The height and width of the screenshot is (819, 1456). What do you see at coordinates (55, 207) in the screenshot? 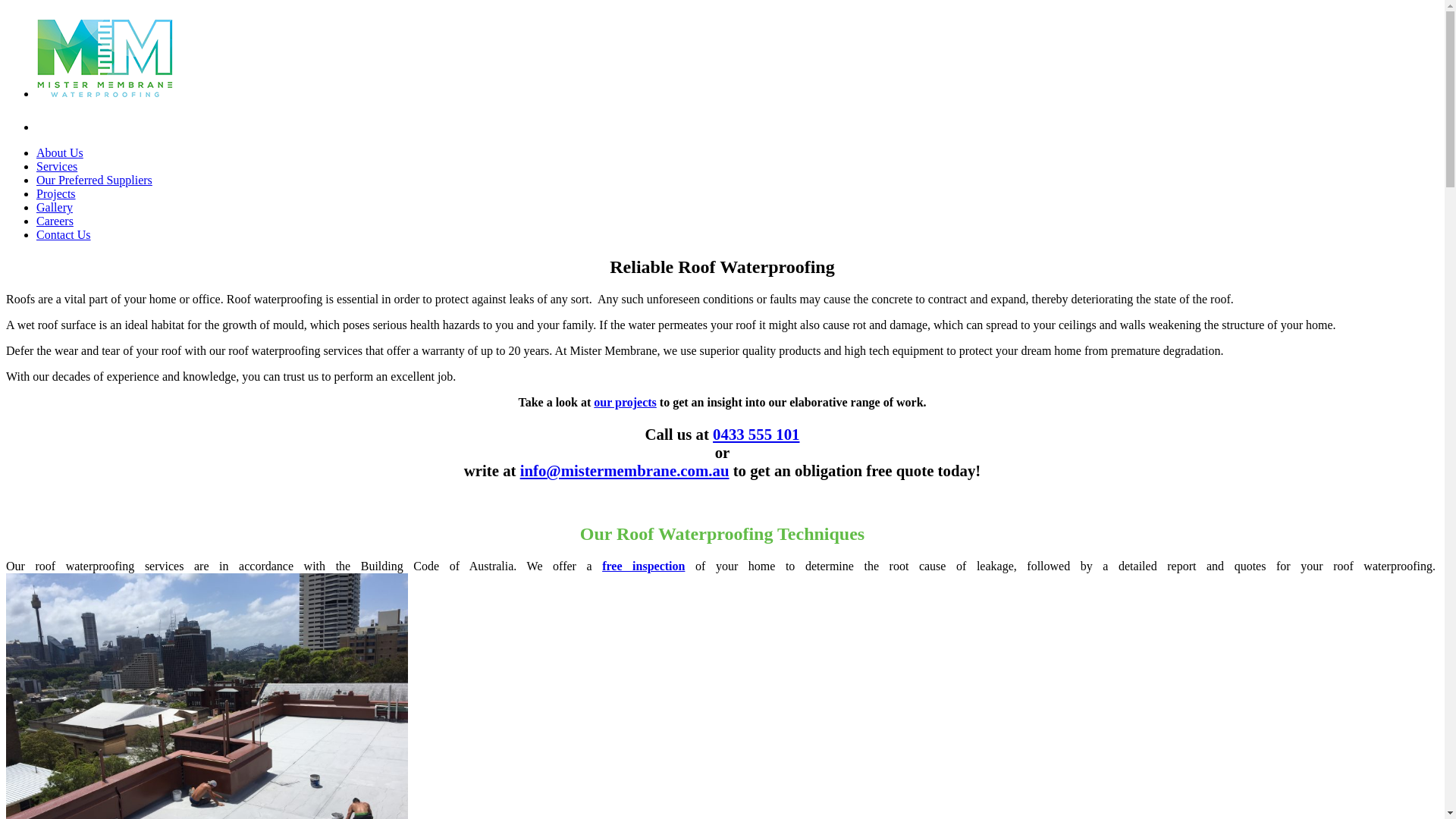
I see `'Gallery'` at bounding box center [55, 207].